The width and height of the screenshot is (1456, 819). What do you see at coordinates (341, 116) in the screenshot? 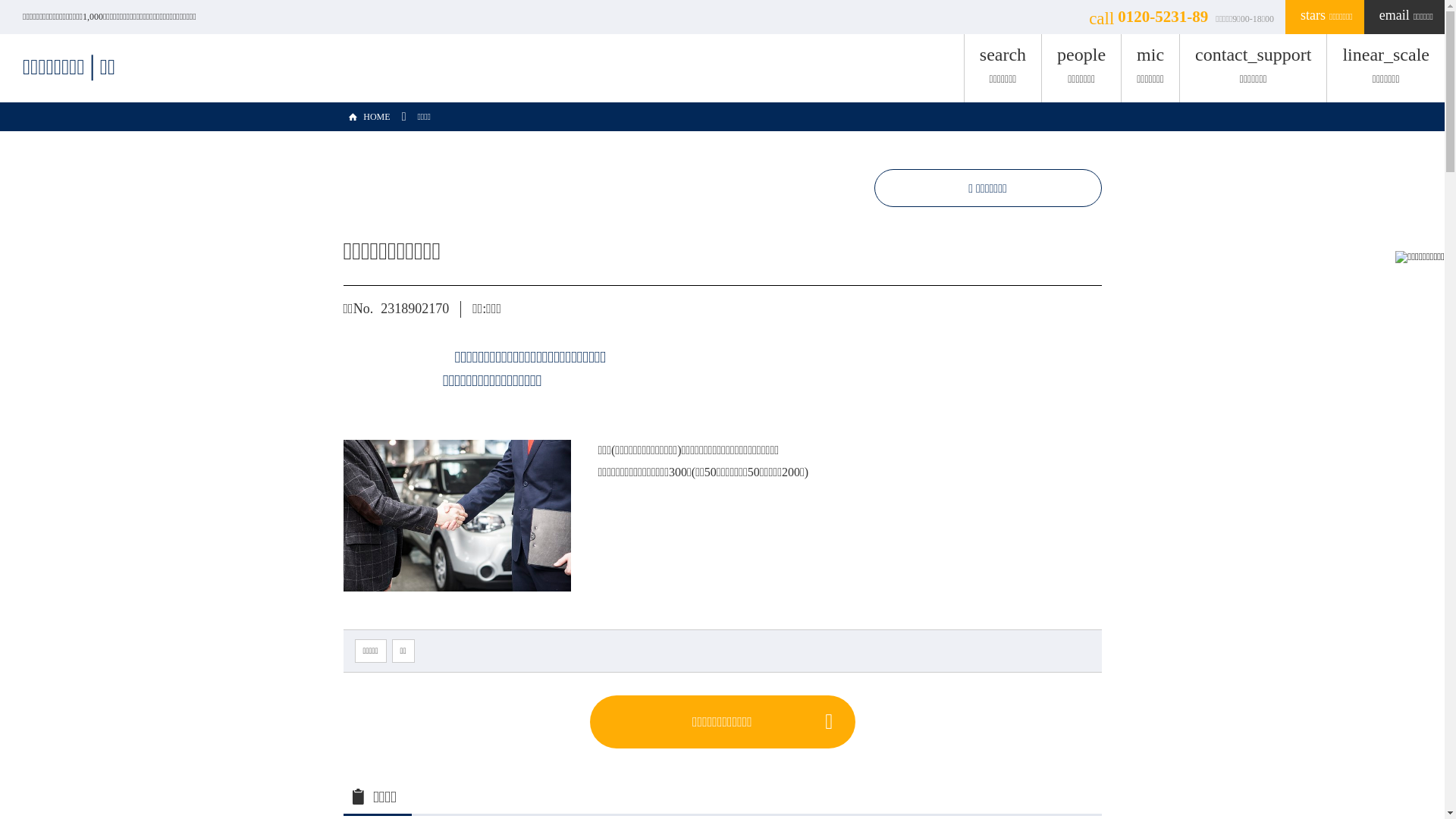
I see `'HOME'` at bounding box center [341, 116].